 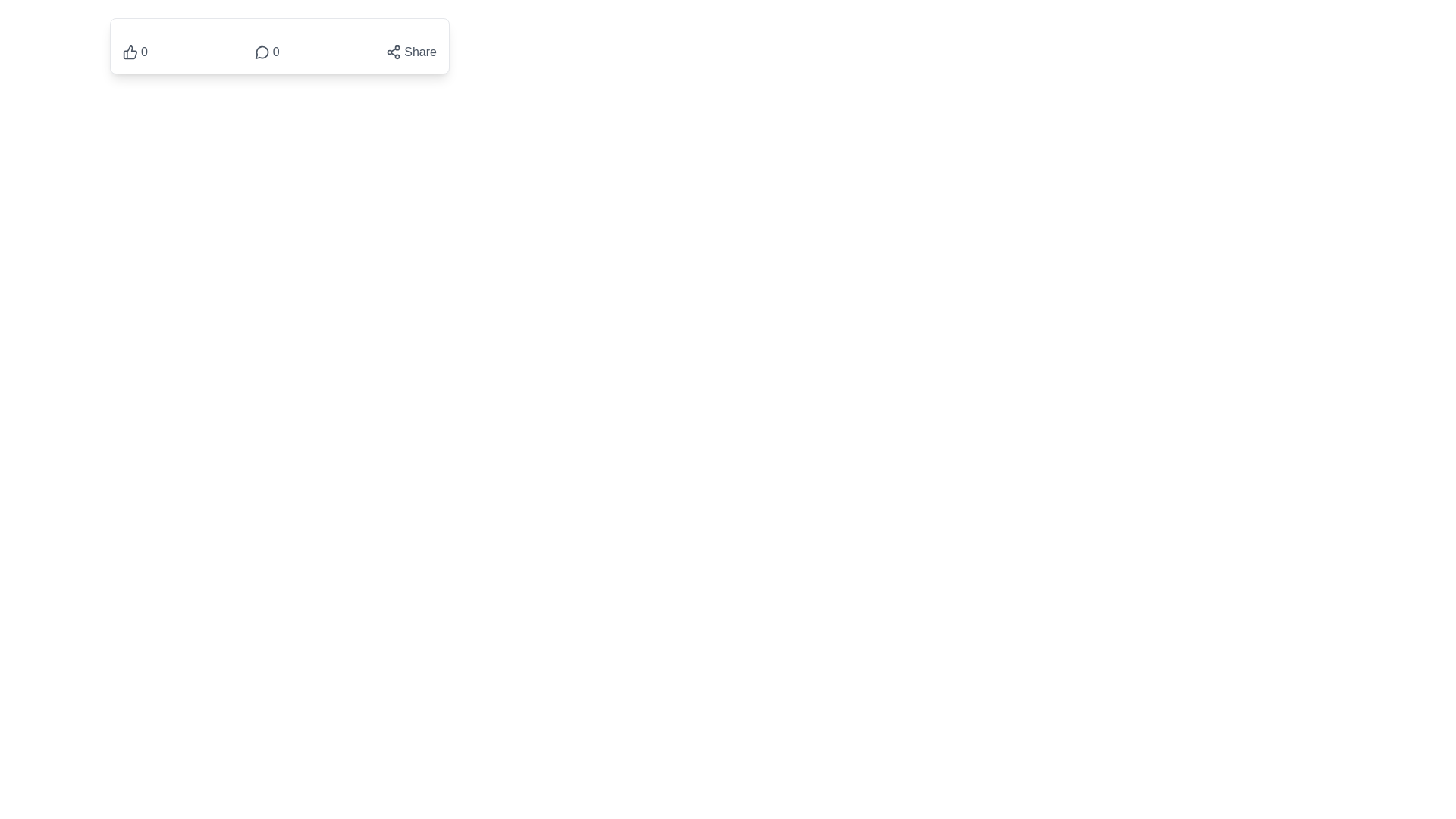 What do you see at coordinates (267, 52) in the screenshot?
I see `the comment button located centrally between the 'Like' button and the 'Share' button` at bounding box center [267, 52].